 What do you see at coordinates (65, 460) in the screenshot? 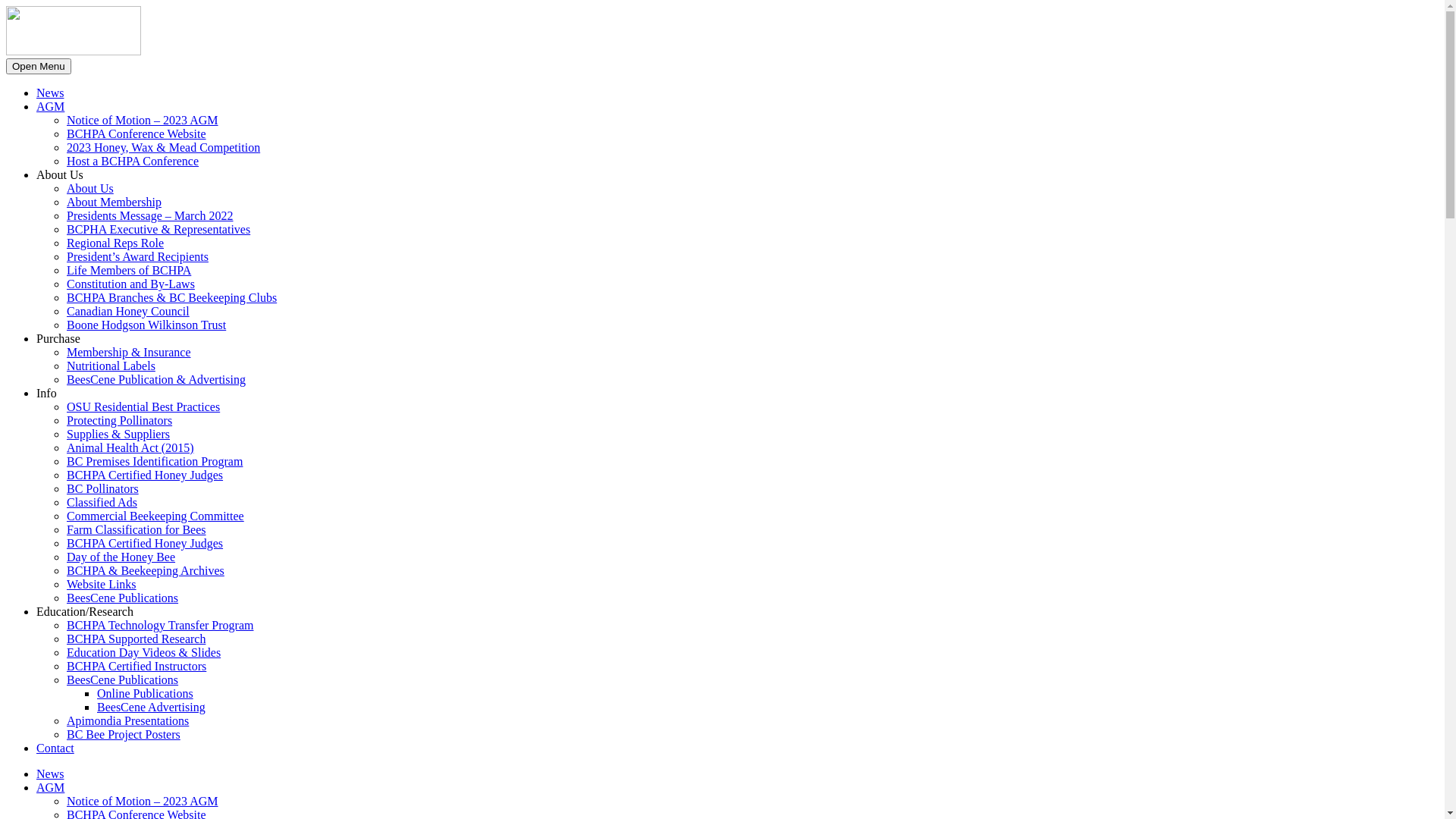
I see `'BC Premises Identification Program'` at bounding box center [65, 460].